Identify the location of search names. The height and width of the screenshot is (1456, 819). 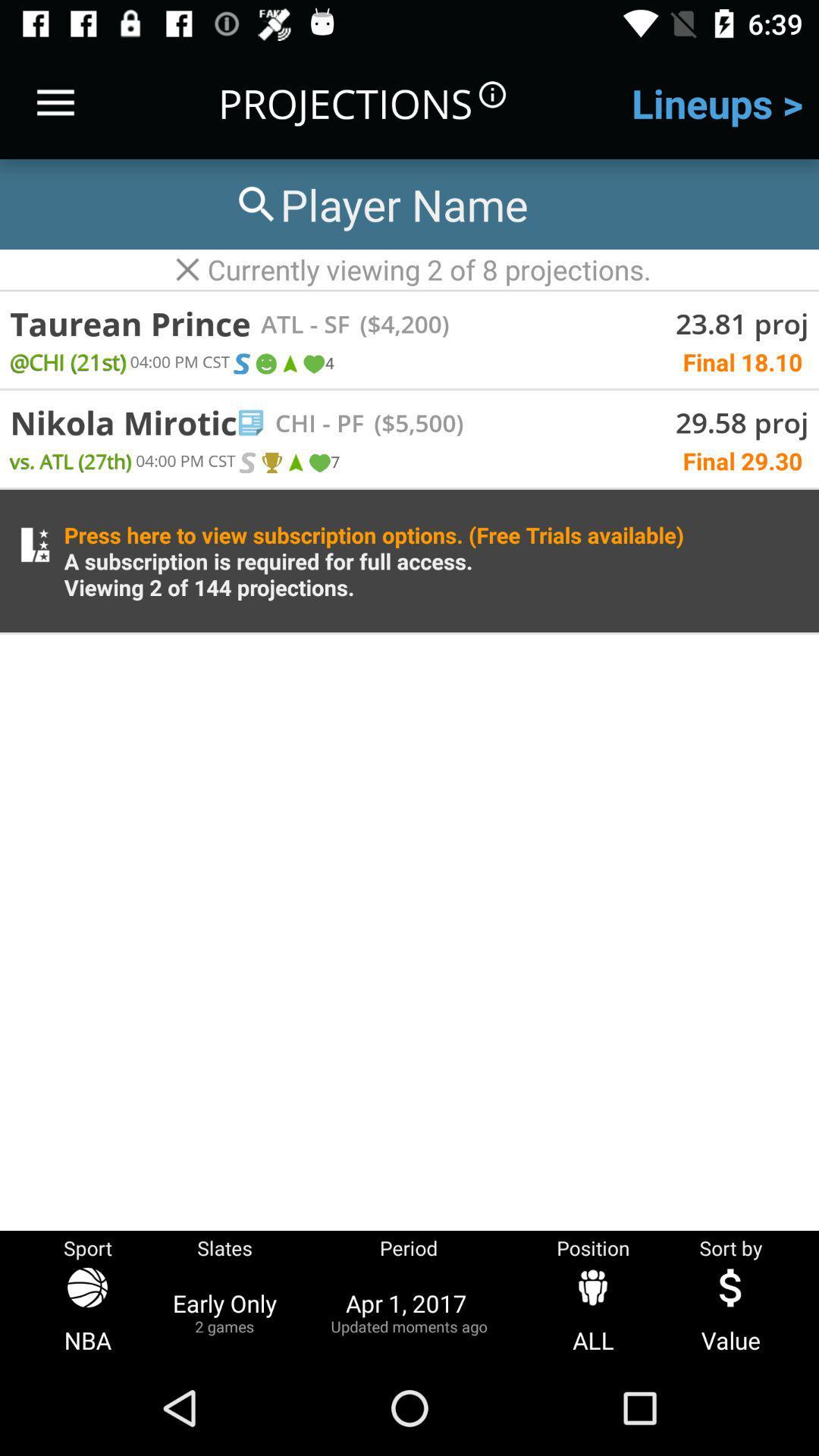
(379, 203).